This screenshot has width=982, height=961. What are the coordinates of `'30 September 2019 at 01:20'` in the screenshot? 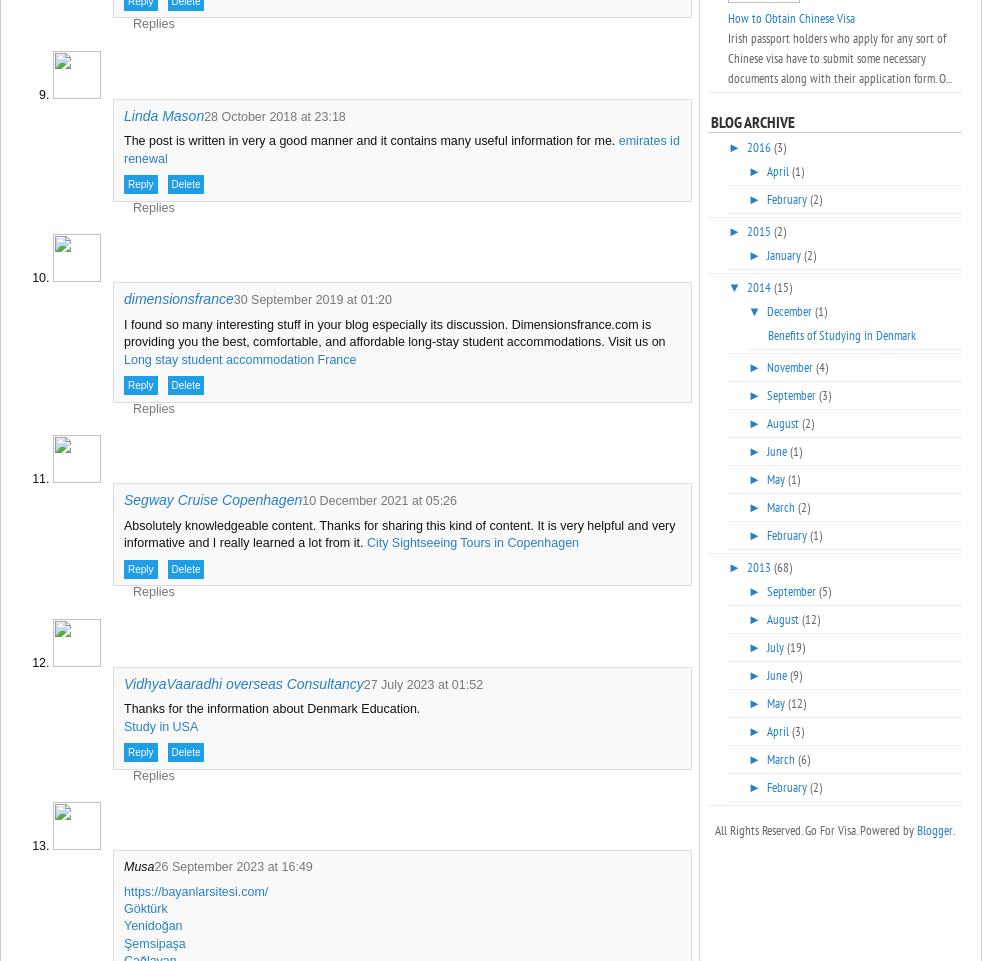 It's located at (232, 300).